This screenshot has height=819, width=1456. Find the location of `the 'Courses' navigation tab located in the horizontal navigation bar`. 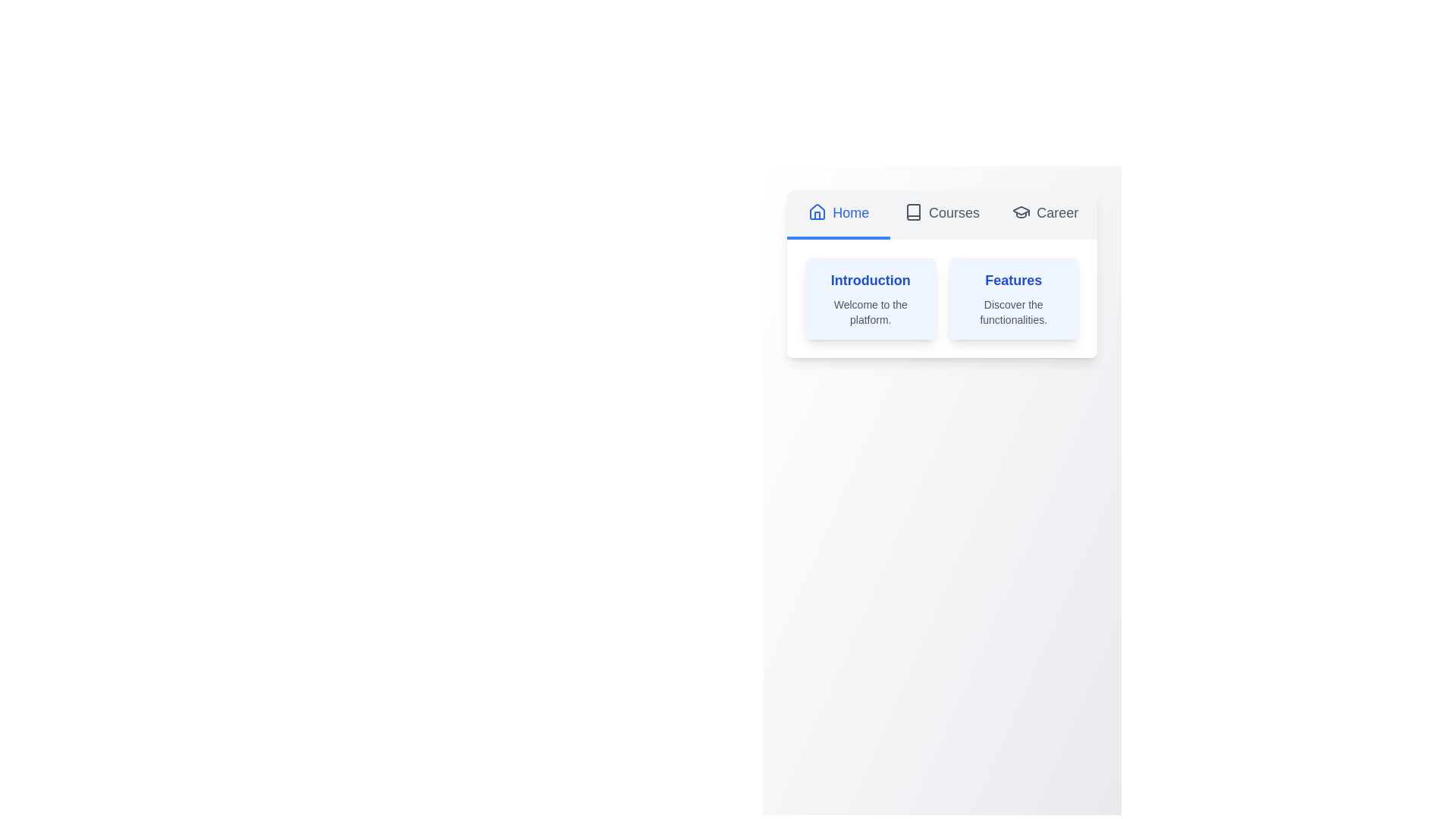

the 'Courses' navigation tab located in the horizontal navigation bar is located at coordinates (941, 215).